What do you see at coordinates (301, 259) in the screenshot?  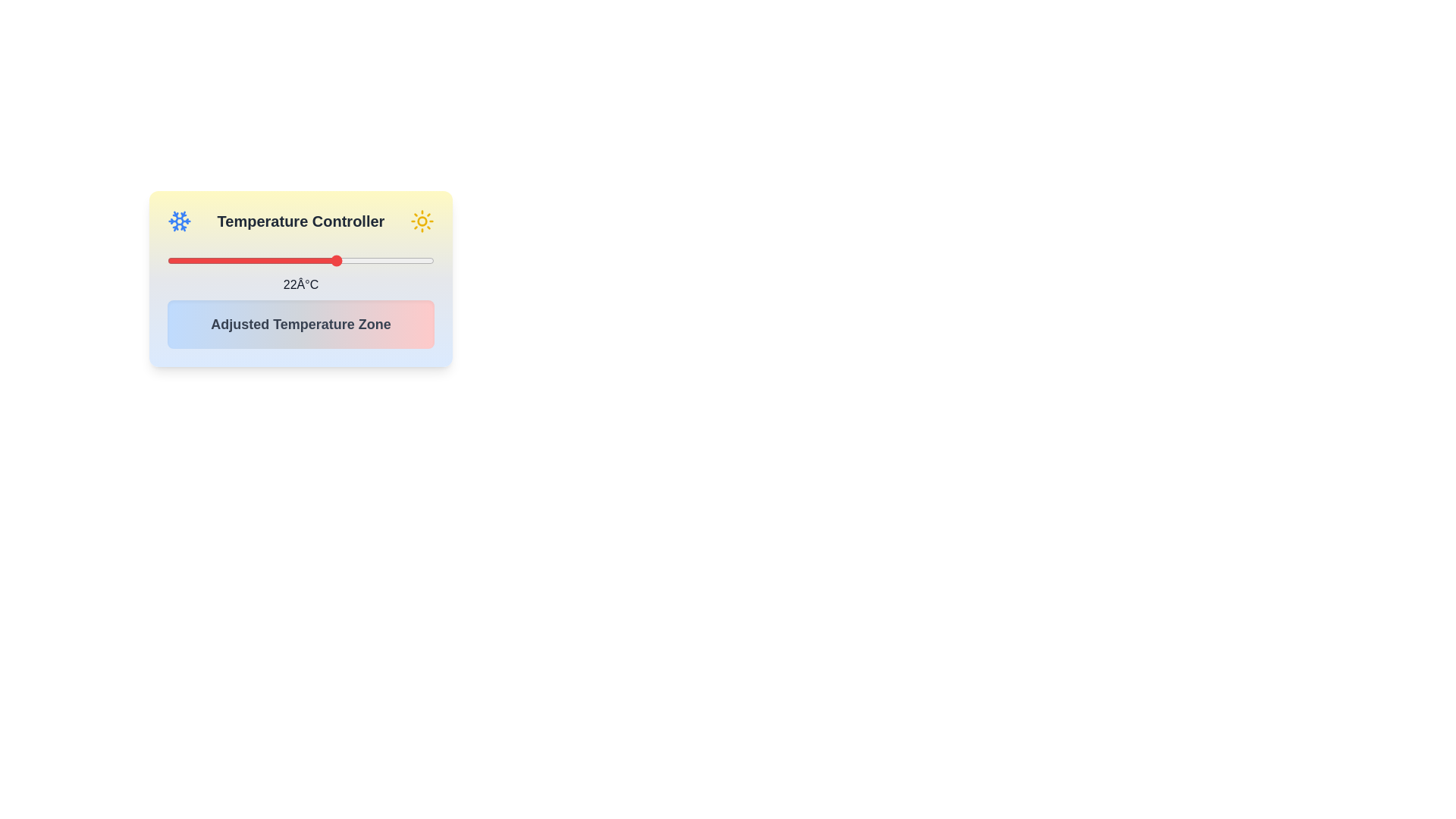 I see `the slider thumb` at bounding box center [301, 259].